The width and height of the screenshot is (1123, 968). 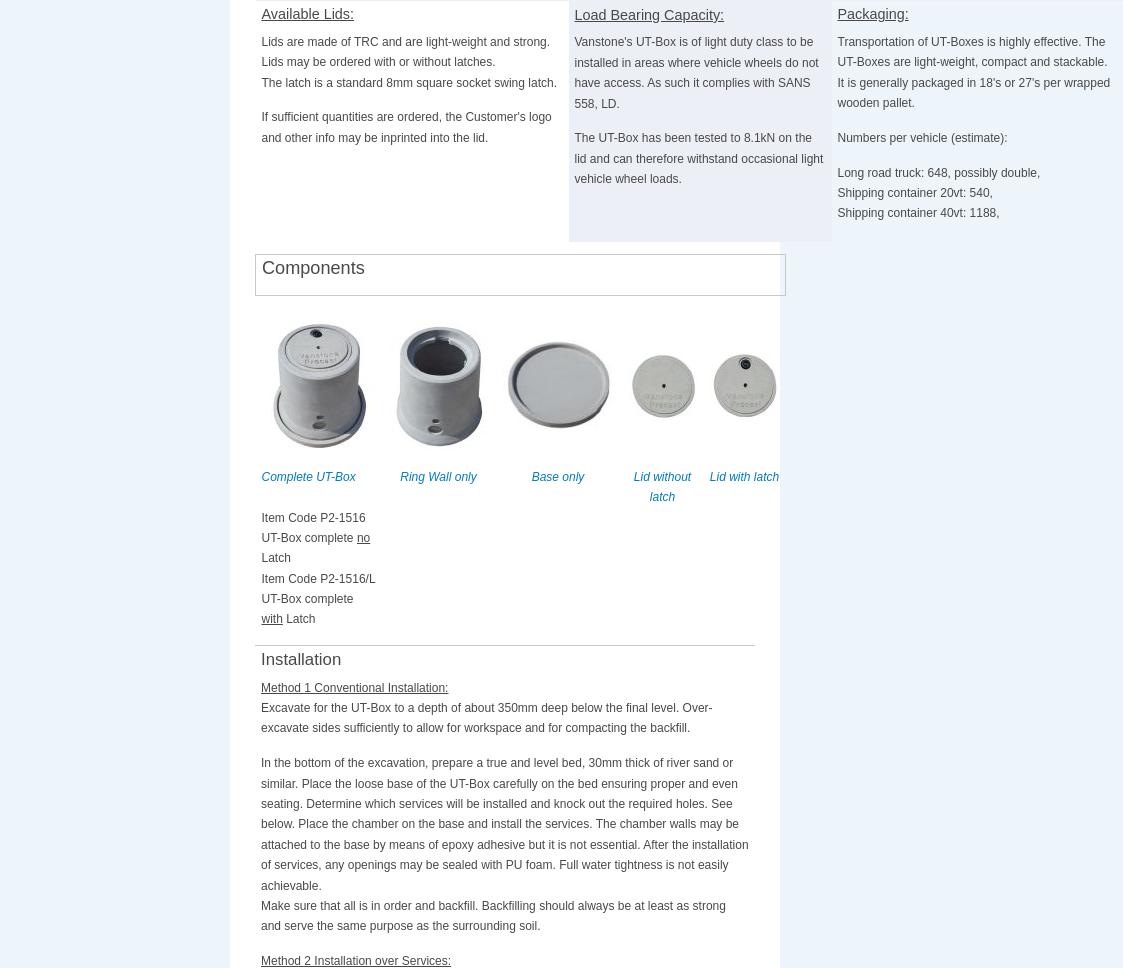 I want to click on 'The latch is a standard 8mm square socket swing latch.', so click(x=407, y=81).